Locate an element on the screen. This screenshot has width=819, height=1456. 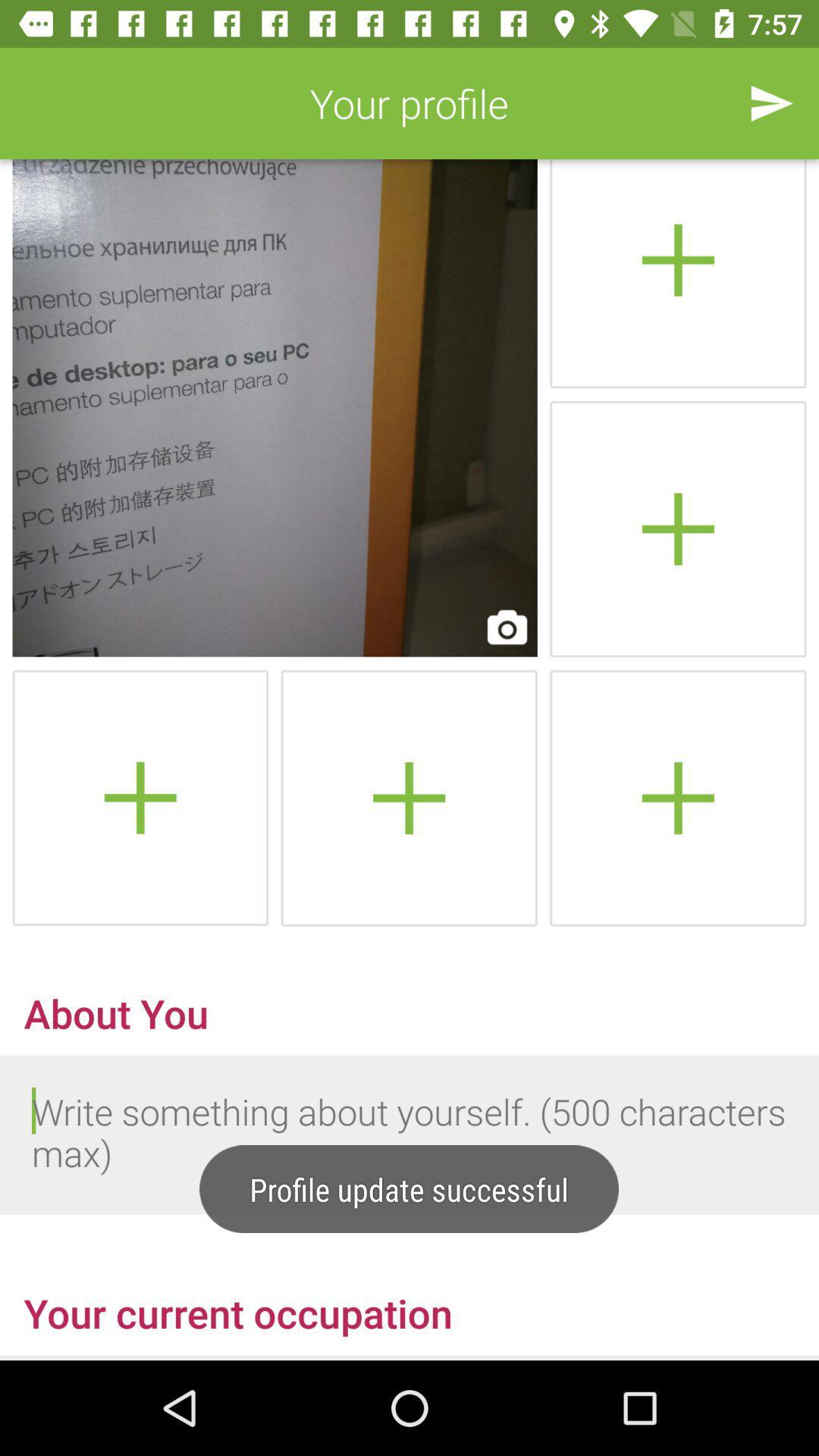
an image is located at coordinates (677, 797).